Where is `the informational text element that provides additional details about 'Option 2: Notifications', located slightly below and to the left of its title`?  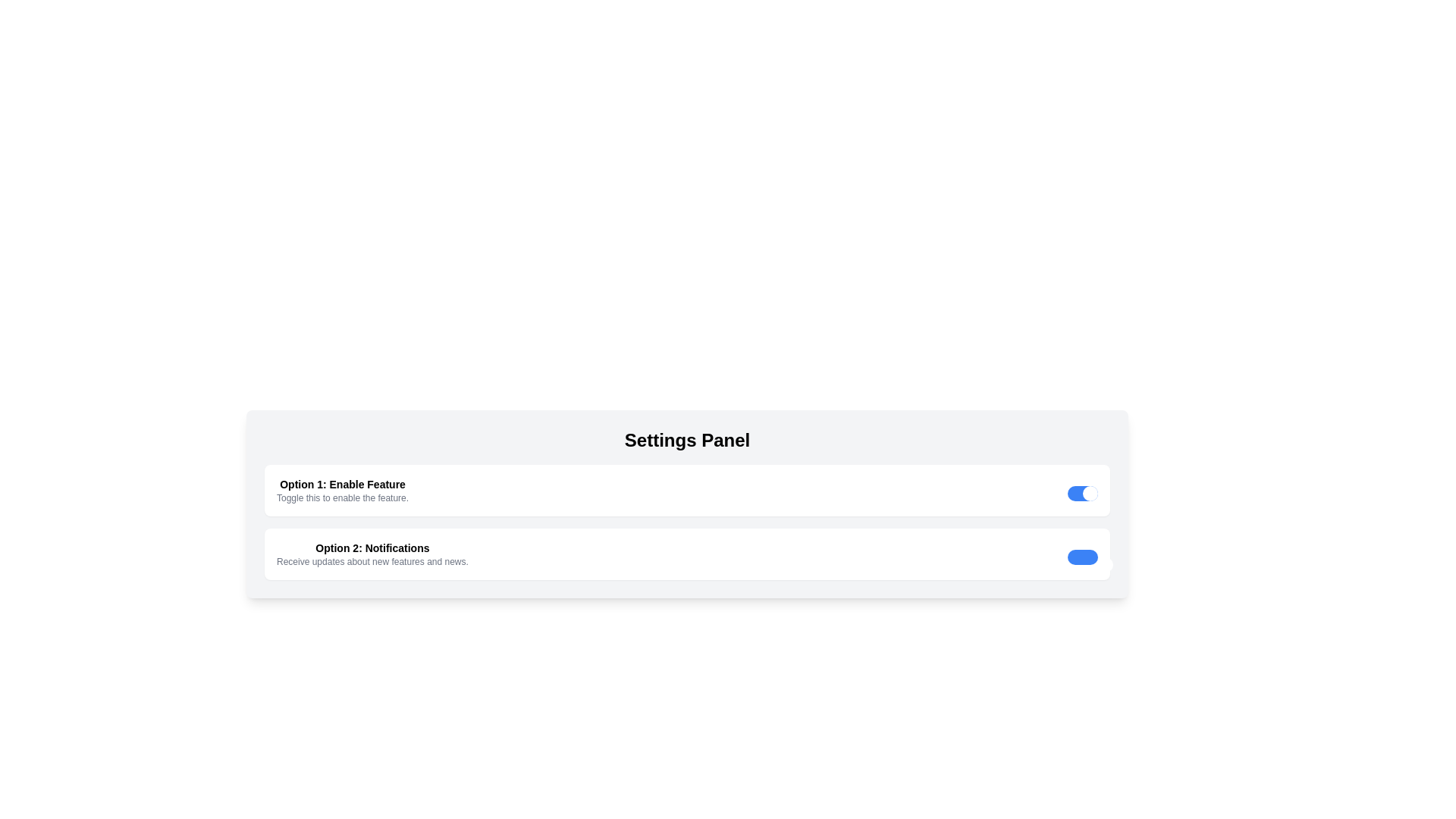
the informational text element that provides additional details about 'Option 2: Notifications', located slightly below and to the left of its title is located at coordinates (372, 561).